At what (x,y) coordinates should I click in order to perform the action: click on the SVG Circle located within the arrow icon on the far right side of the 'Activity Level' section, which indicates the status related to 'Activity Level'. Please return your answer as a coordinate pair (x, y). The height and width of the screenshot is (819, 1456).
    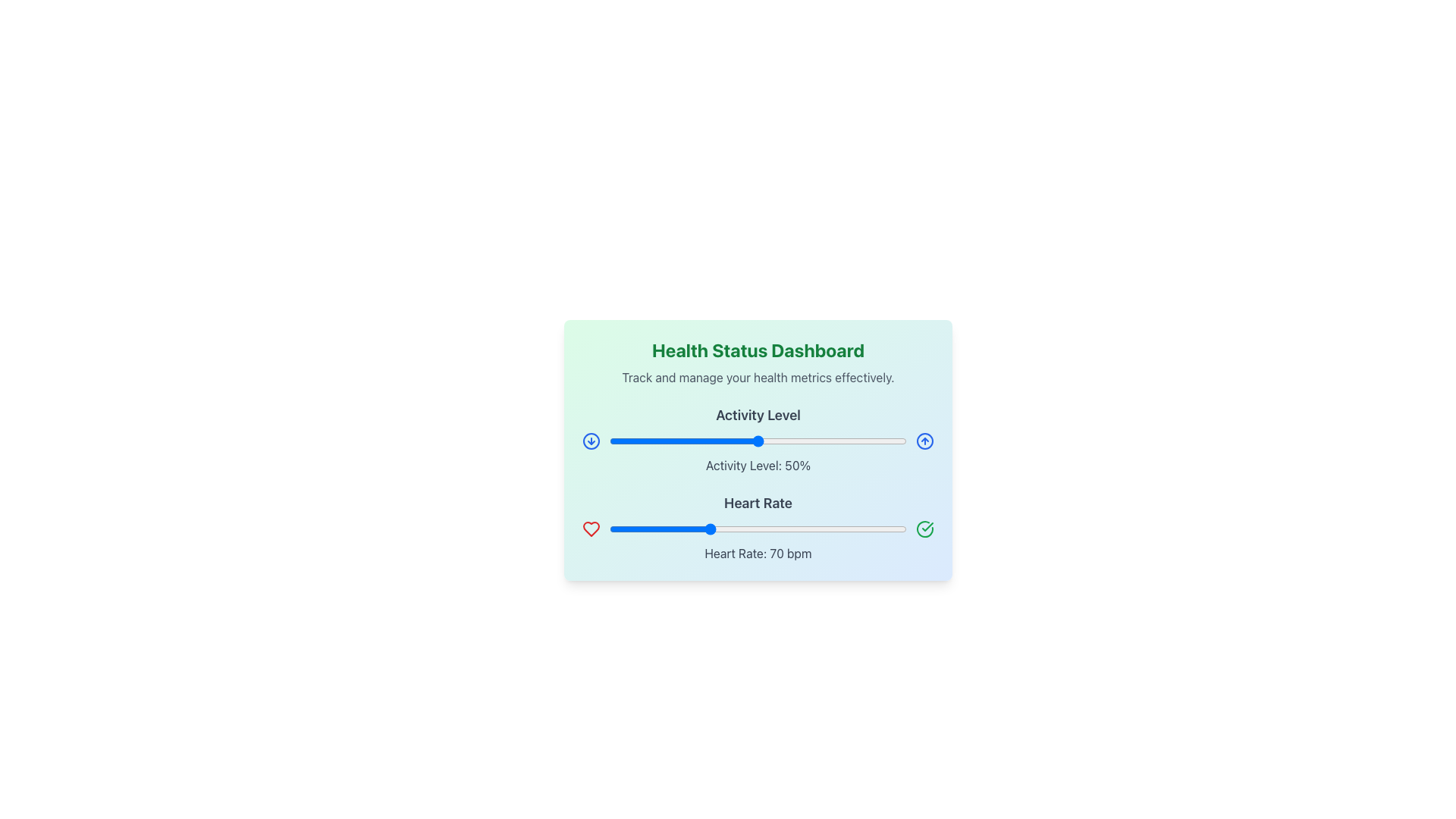
    Looking at the image, I should click on (590, 441).